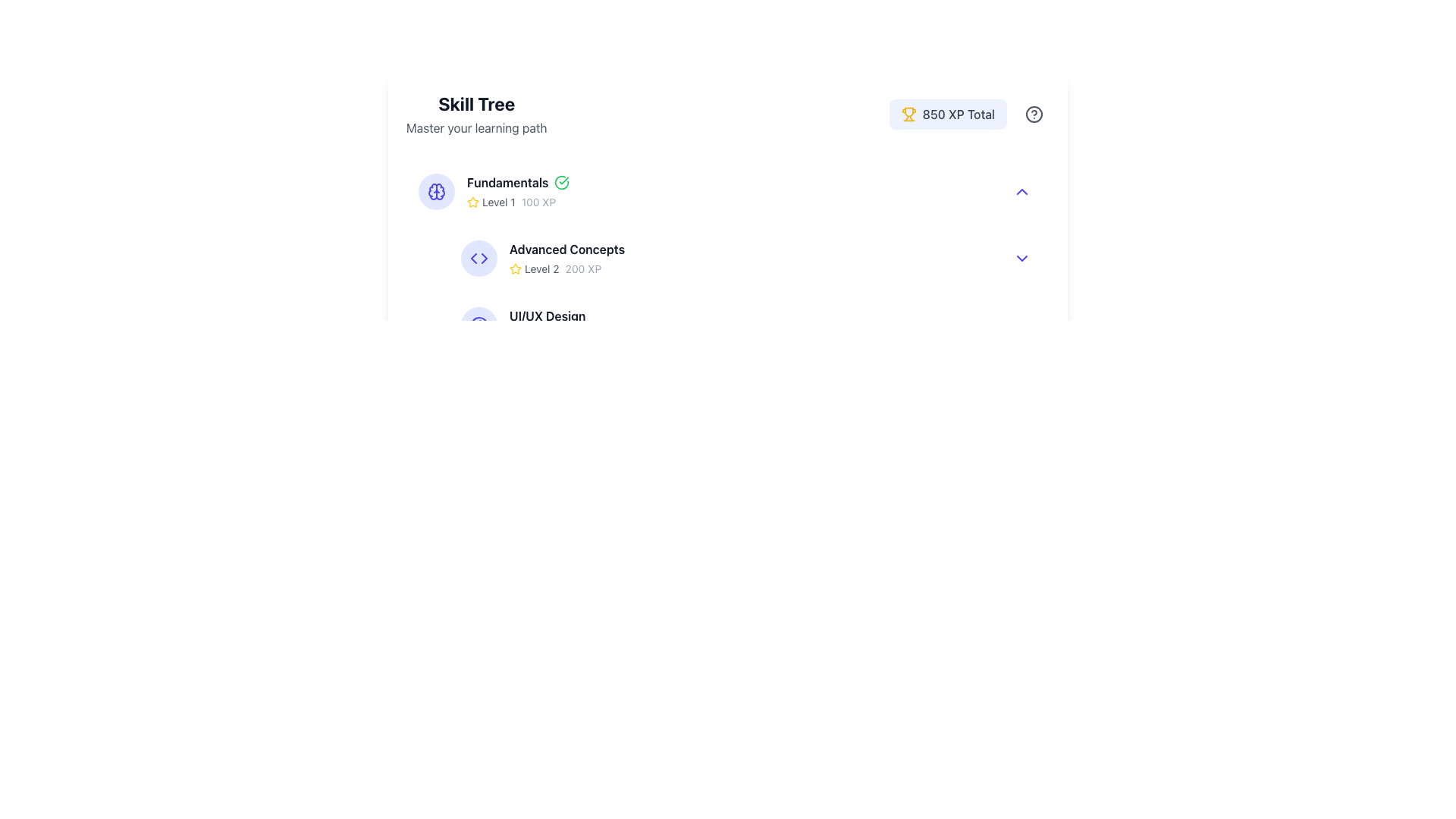 The height and width of the screenshot is (819, 1456). Describe the element at coordinates (1022, 257) in the screenshot. I see `the downward-facing blue chevron button located at the far right of the 'Advanced Concepts' section` at that location.